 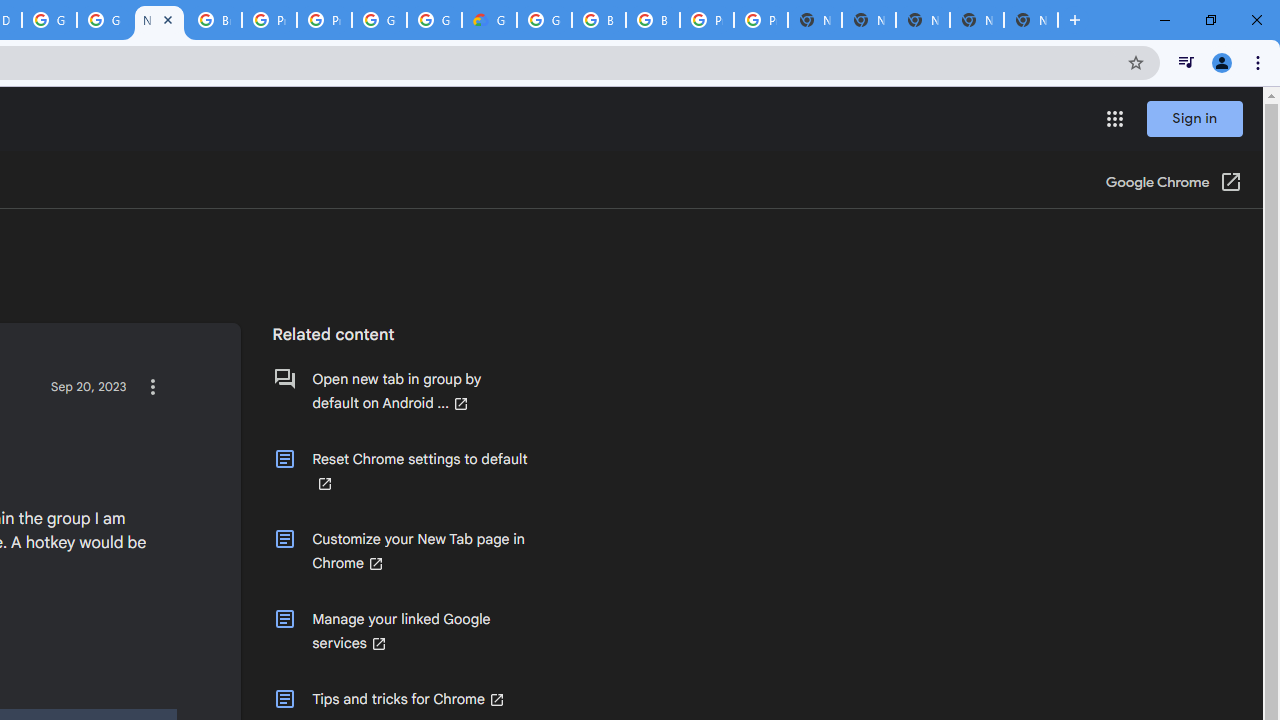 What do you see at coordinates (151, 387) in the screenshot?
I see `'Action items for the question'` at bounding box center [151, 387].